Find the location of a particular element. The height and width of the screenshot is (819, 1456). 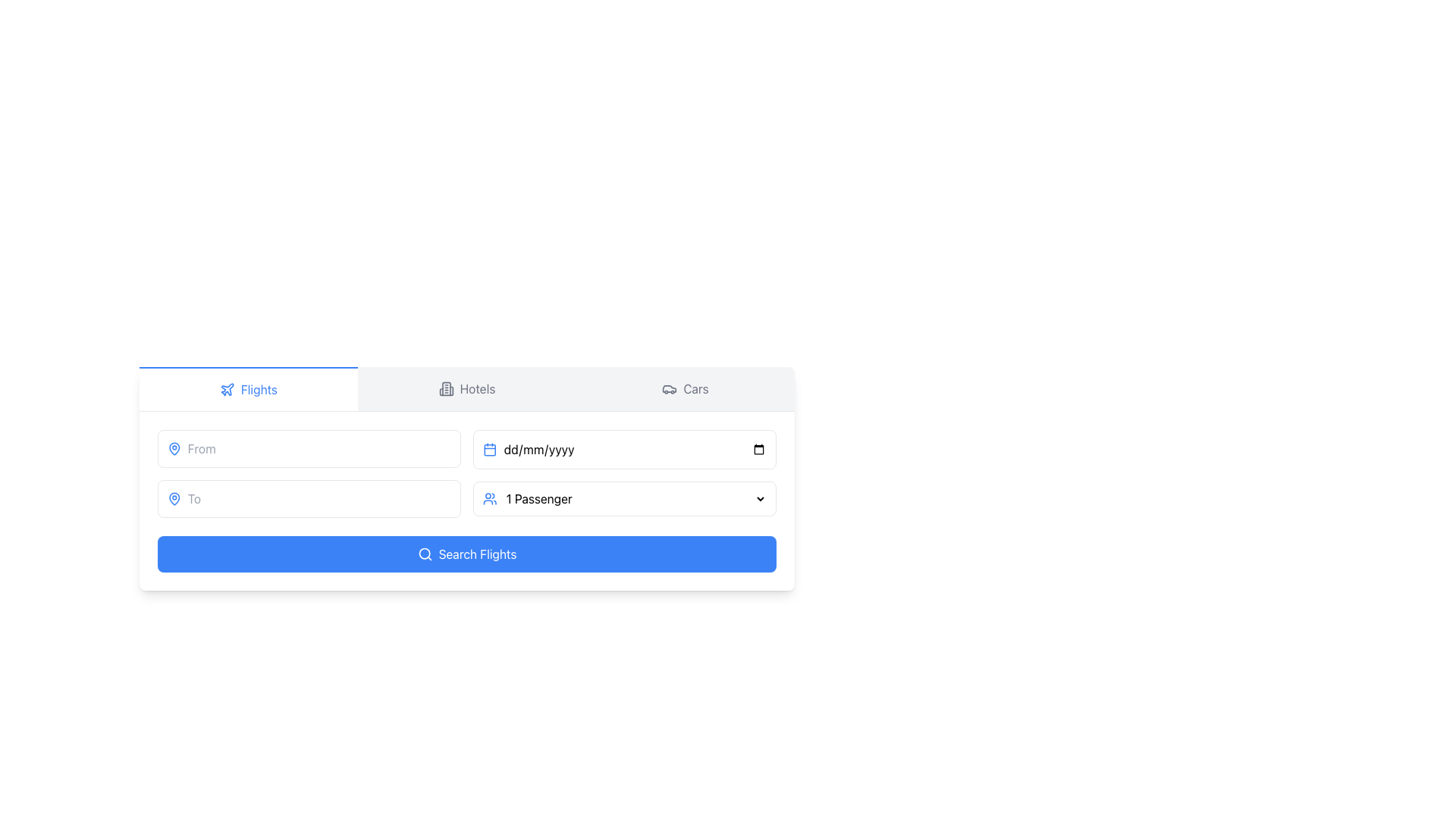

the Text label that serves as a navigational link related to cars, positioned to the right of a car icon in the horizontal navigation bar at the top of the form interface is located at coordinates (695, 388).